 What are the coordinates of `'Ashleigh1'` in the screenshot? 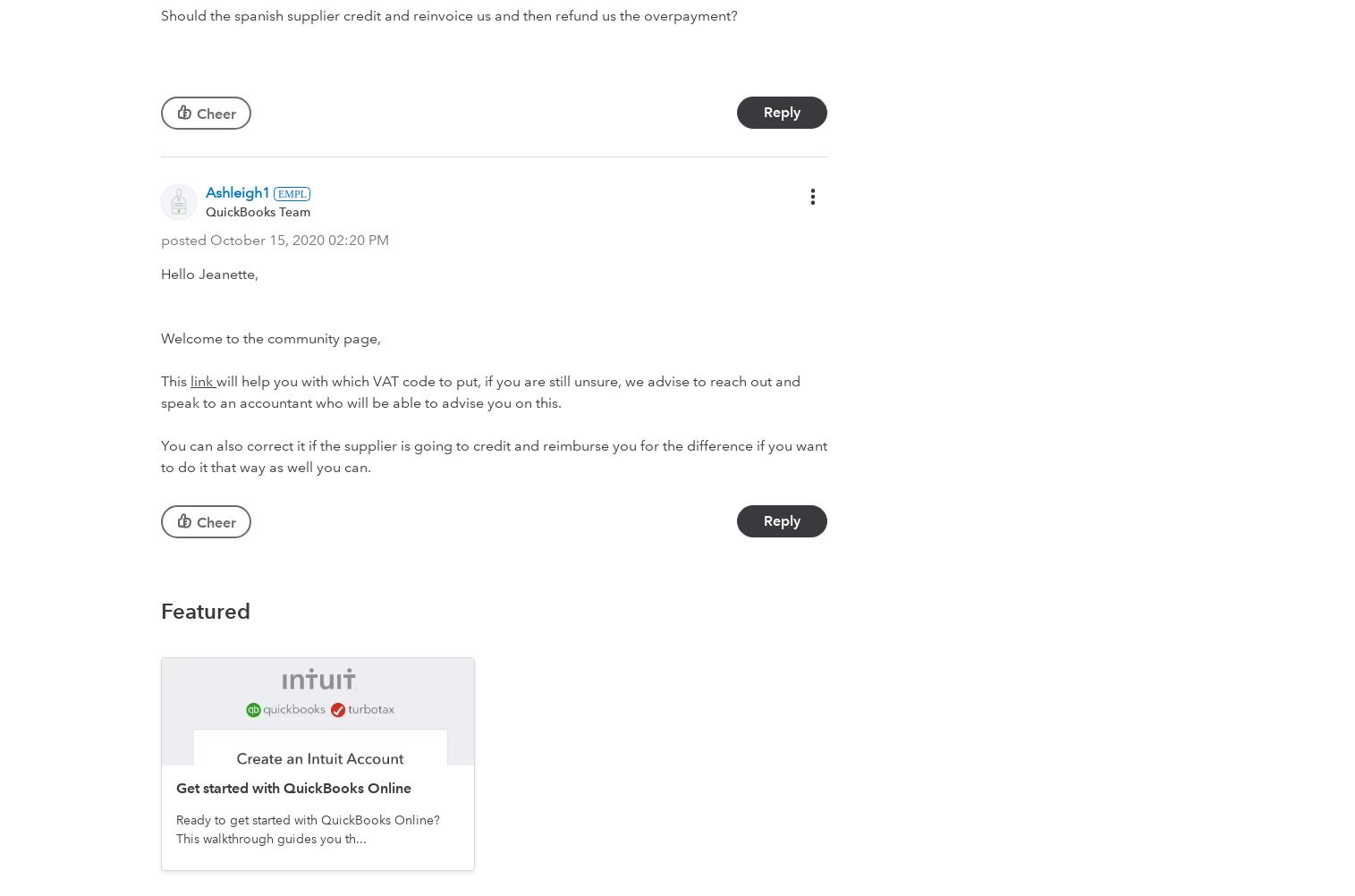 It's located at (238, 191).